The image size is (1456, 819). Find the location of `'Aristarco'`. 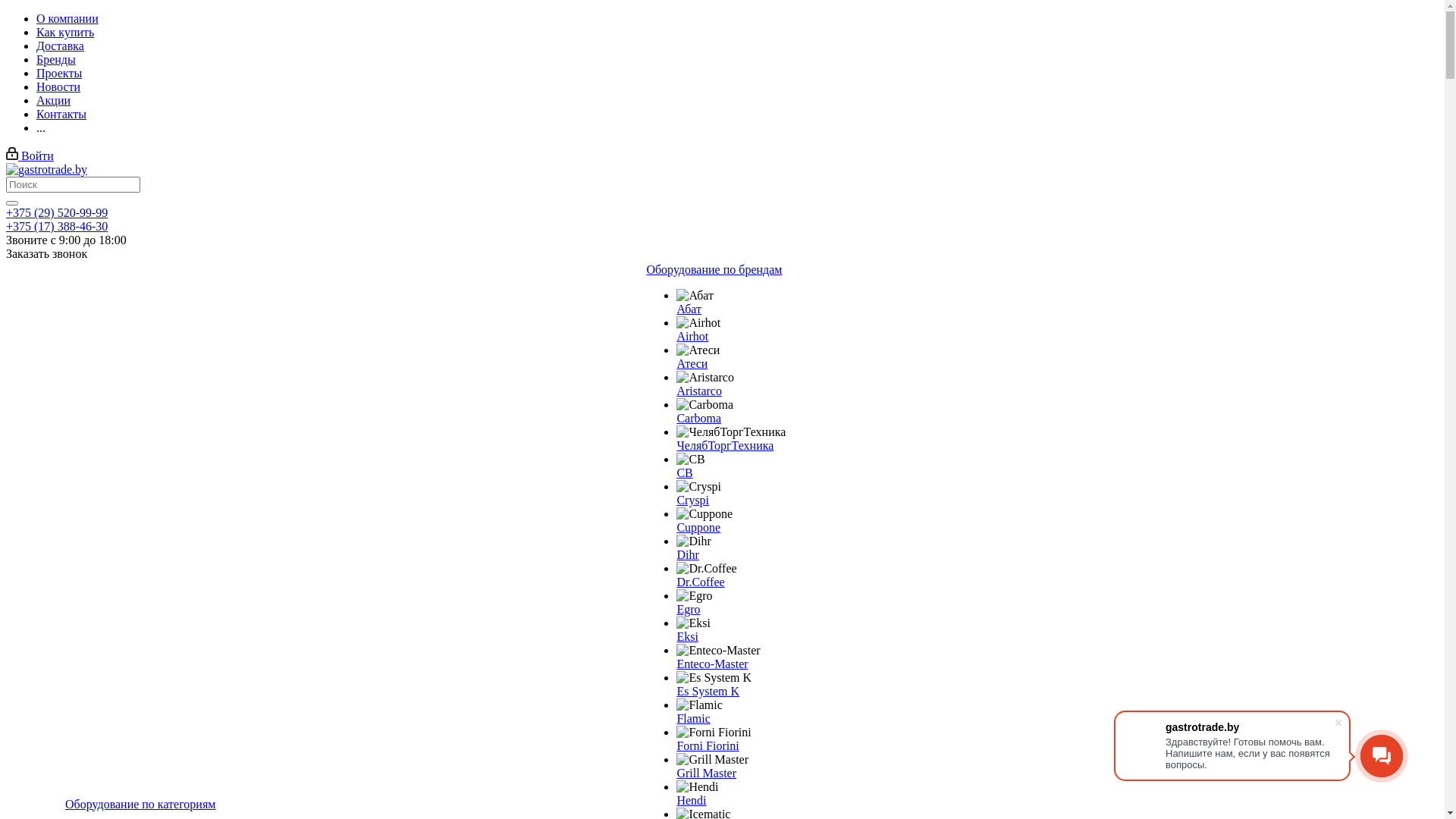

'Aristarco' is located at coordinates (704, 376).